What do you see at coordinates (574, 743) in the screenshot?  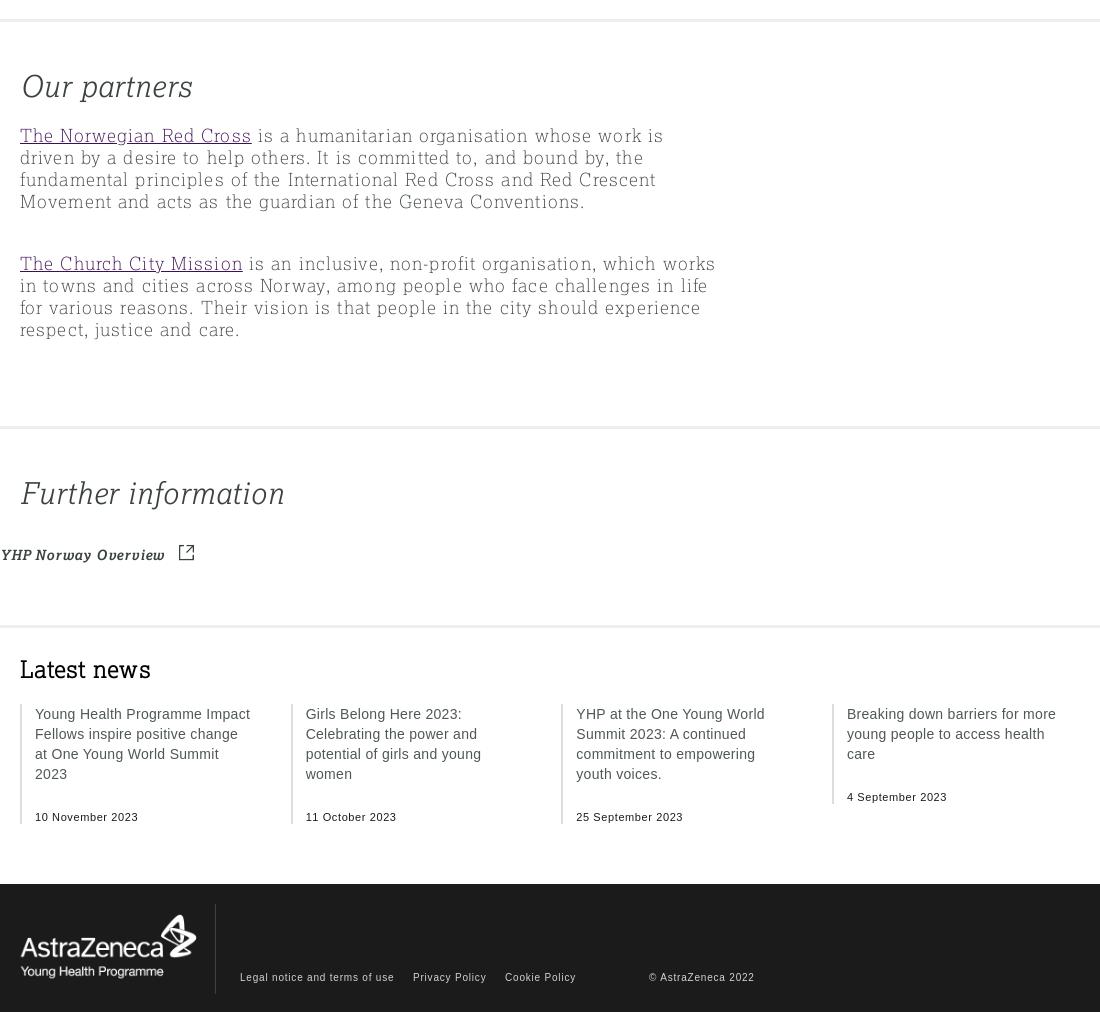 I see `'YHP at the One Young World Summit 2023: A continued commitment to empowering youth voices.'` at bounding box center [574, 743].